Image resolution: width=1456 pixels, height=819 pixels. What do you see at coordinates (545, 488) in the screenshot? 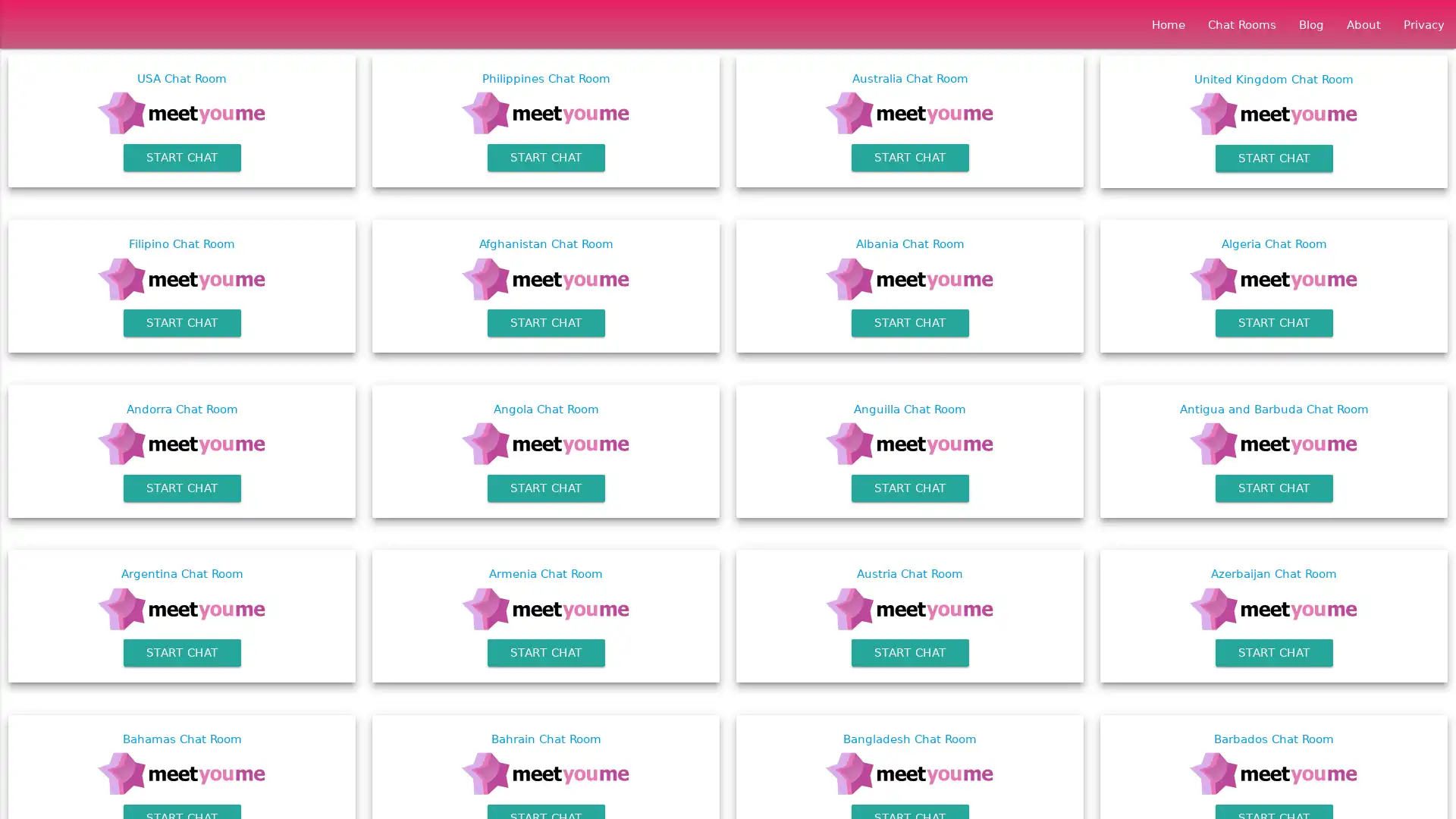
I see `START CHAT` at bounding box center [545, 488].